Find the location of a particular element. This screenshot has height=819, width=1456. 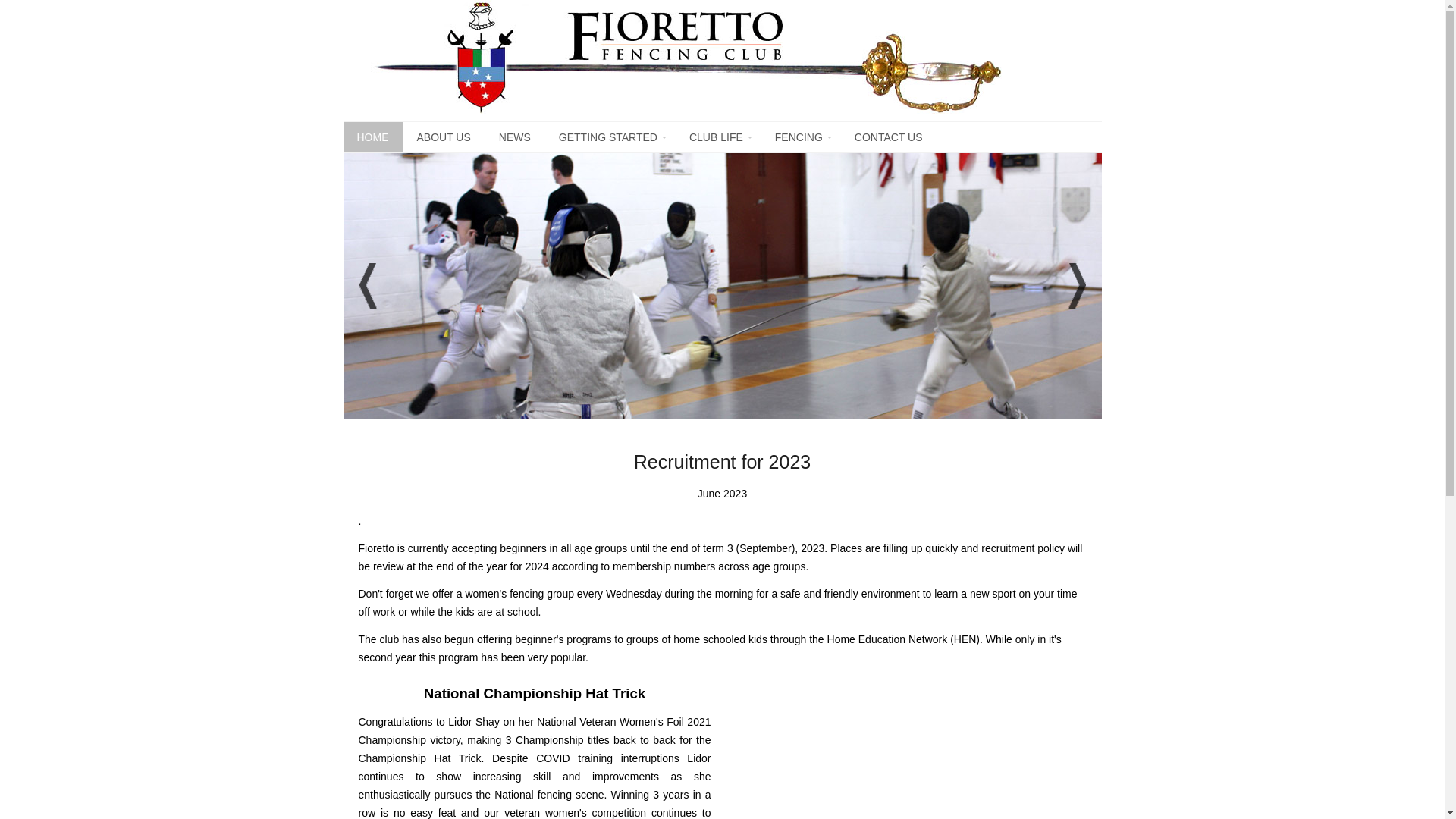

'ABOUT US' is located at coordinates (443, 137).